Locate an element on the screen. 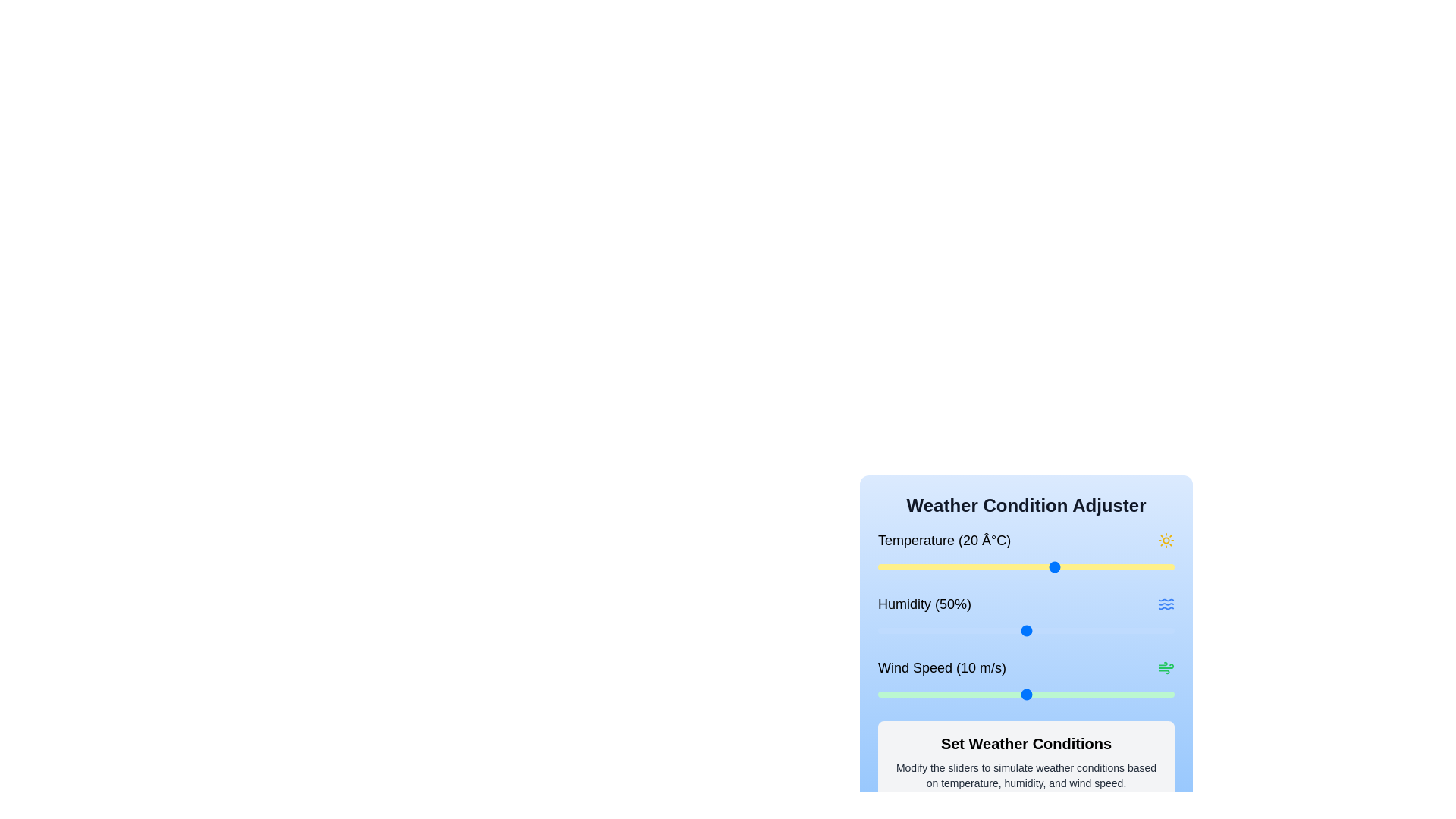 This screenshot has width=1456, height=819. the humidity slider to set the humidity to 3% is located at coordinates (886, 631).